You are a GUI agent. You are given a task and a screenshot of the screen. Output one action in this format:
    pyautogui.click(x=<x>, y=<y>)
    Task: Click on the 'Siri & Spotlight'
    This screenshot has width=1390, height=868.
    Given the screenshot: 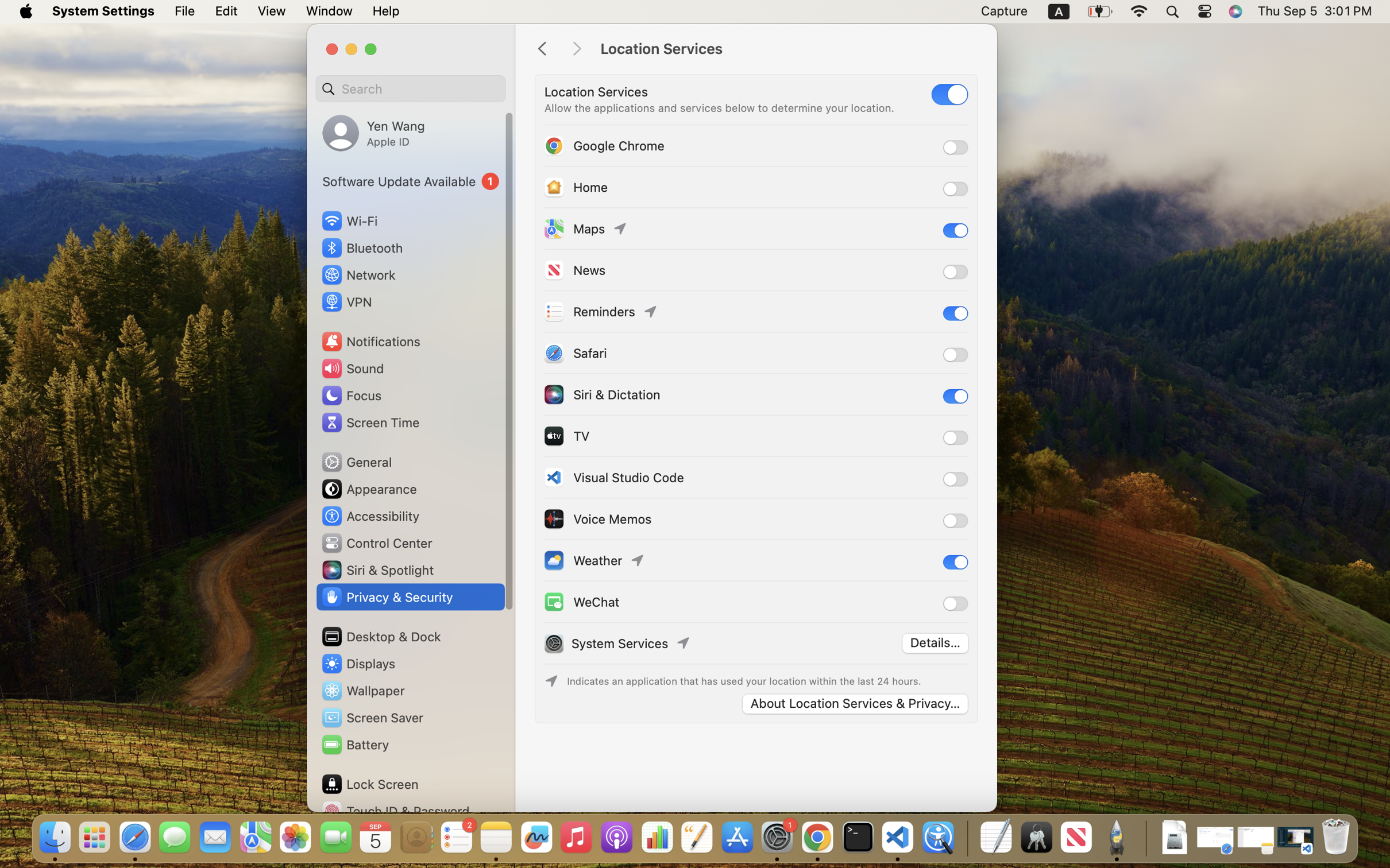 What is the action you would take?
    pyautogui.click(x=376, y=569)
    